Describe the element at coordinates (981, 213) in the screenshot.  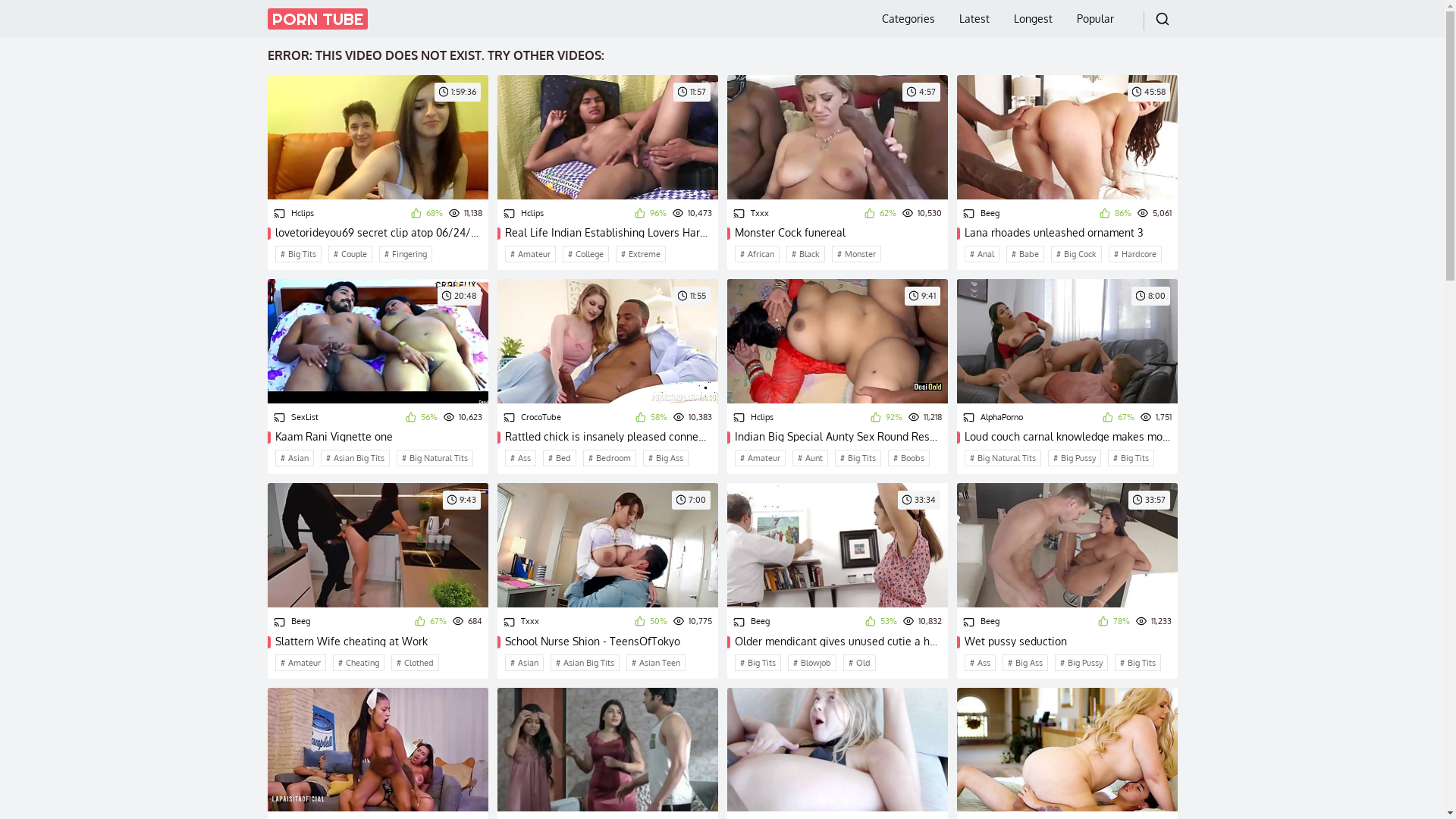
I see `'Beeg'` at that location.